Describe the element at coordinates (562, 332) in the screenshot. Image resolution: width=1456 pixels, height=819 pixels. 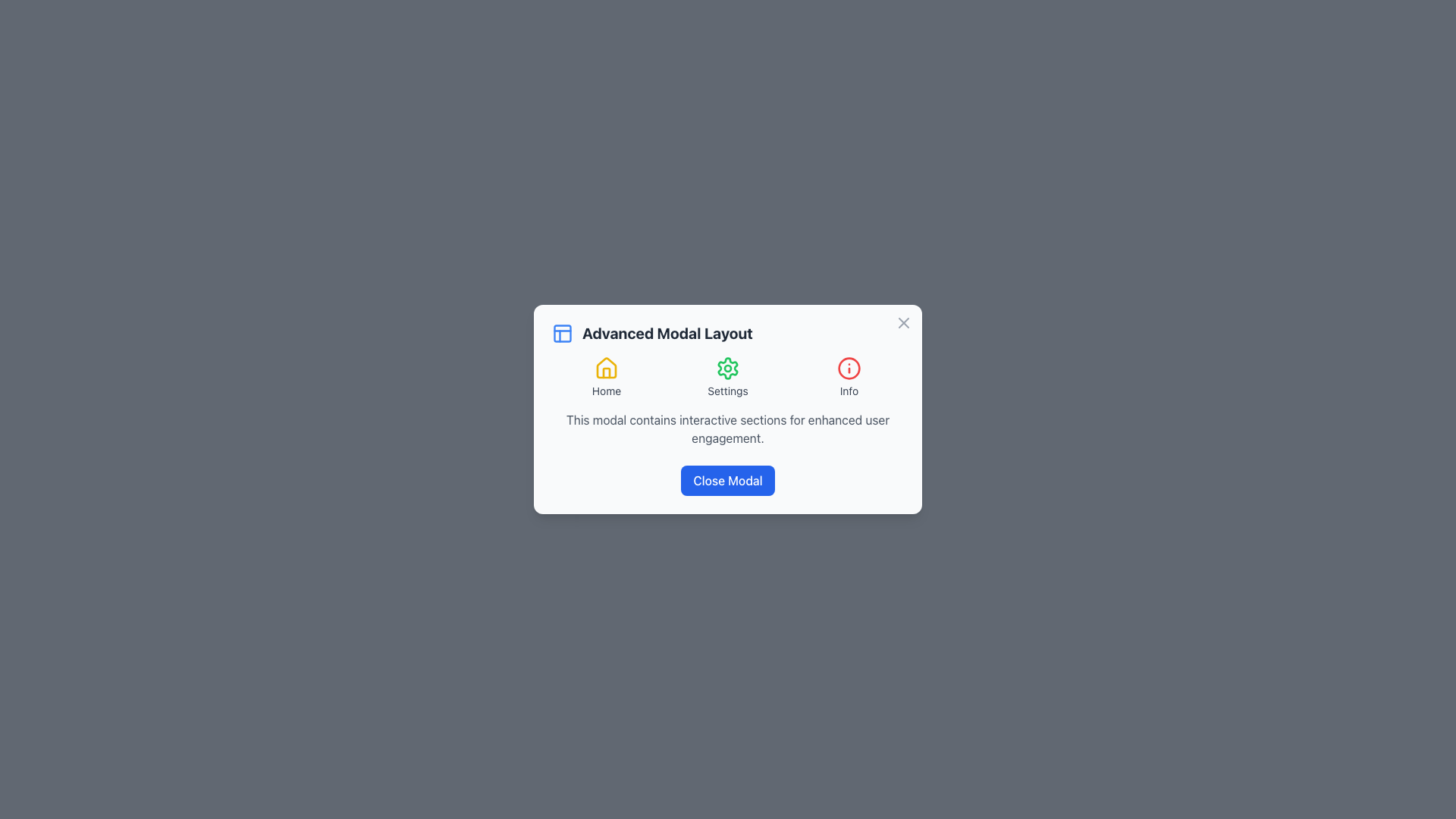
I see `the first subcomponent of the grouped icon representation located near the top-left corner of the modal, preceding the label 'Advanced Modal Layout.'` at that location.